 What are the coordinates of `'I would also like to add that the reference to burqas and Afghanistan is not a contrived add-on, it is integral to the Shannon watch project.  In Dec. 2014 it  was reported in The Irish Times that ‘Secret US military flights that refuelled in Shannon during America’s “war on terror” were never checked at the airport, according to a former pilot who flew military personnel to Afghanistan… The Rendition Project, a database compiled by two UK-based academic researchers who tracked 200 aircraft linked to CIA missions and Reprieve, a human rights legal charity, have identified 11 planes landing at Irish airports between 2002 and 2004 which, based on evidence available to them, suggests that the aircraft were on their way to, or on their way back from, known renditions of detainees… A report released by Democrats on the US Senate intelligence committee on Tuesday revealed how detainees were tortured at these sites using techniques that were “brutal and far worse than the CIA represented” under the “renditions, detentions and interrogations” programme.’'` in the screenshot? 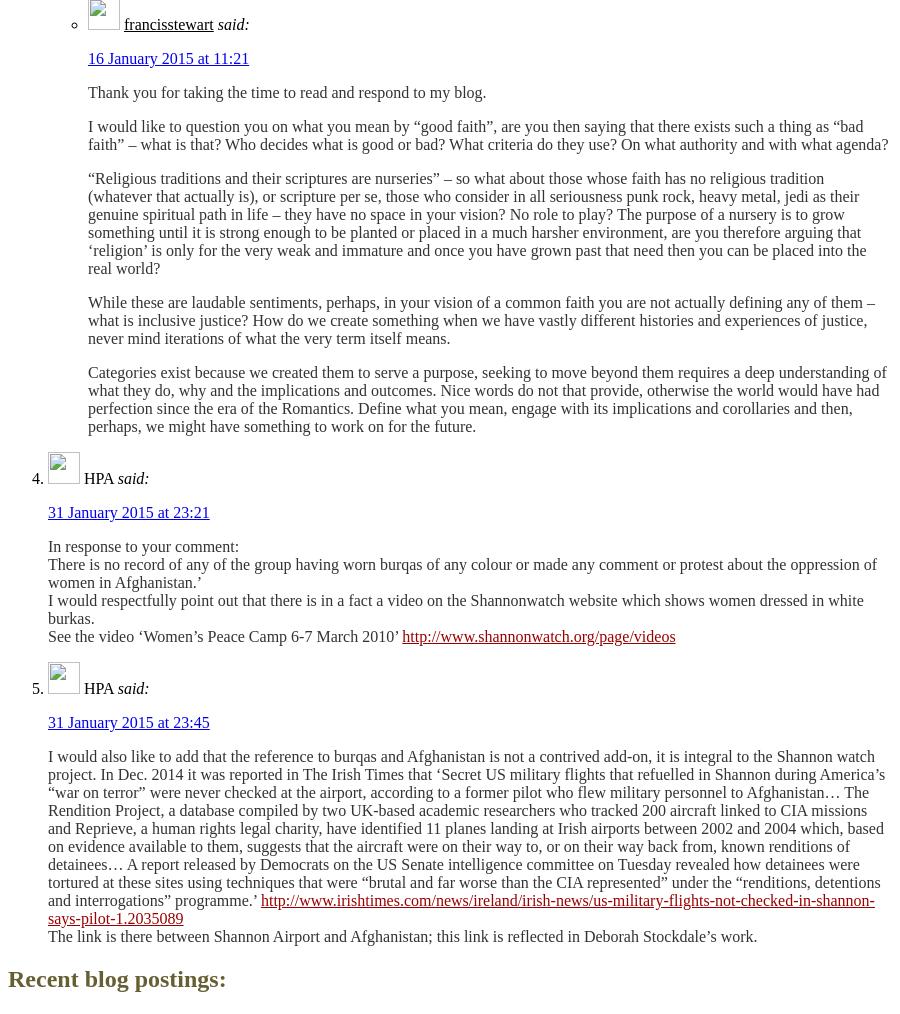 It's located at (465, 828).